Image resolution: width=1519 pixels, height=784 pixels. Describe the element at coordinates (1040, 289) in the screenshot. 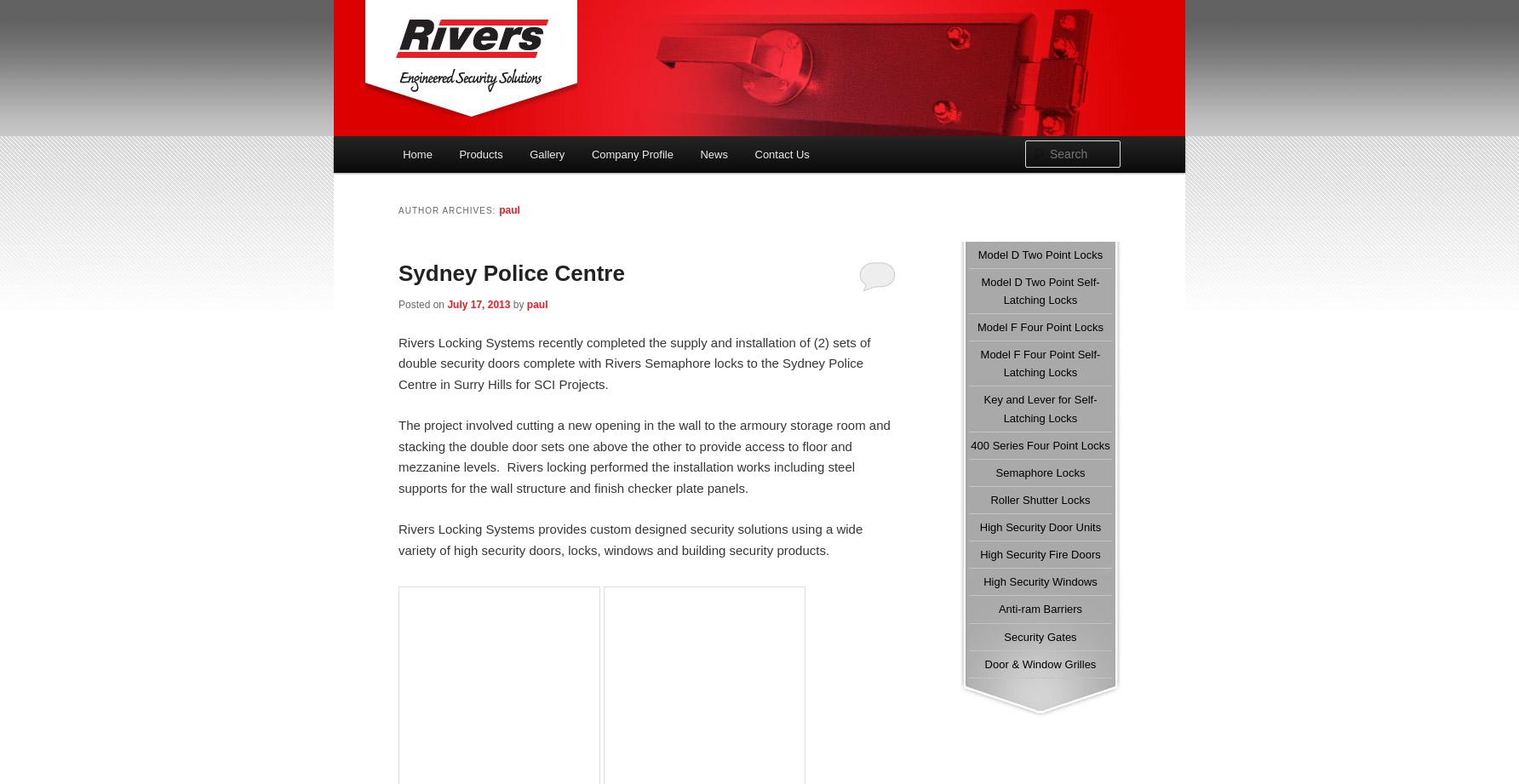

I see `'Model D Two Point Self-Latching Locks'` at that location.